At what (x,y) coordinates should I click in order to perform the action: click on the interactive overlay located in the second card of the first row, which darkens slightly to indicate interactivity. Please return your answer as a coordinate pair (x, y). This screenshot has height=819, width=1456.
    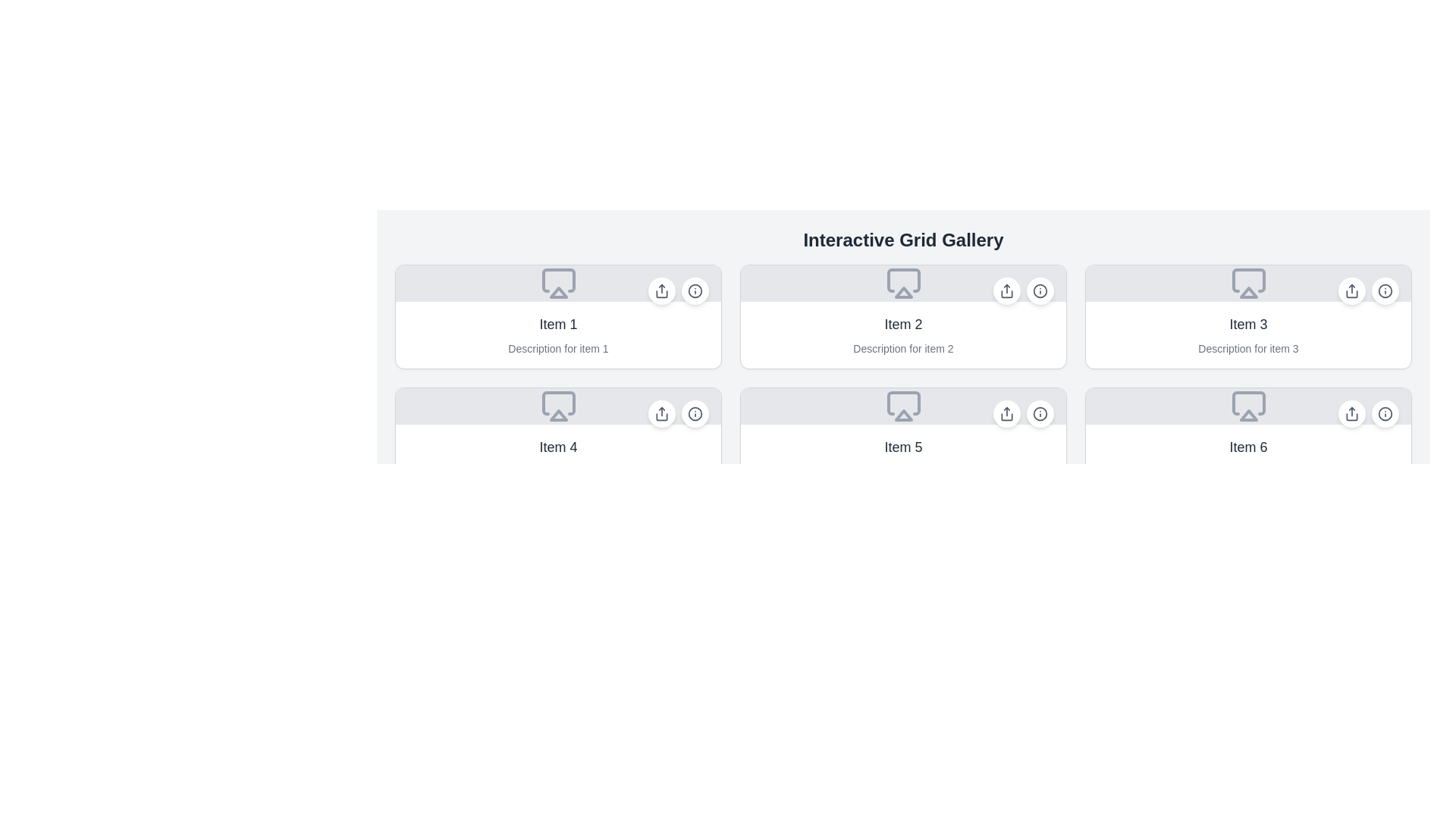
    Looking at the image, I should click on (903, 315).